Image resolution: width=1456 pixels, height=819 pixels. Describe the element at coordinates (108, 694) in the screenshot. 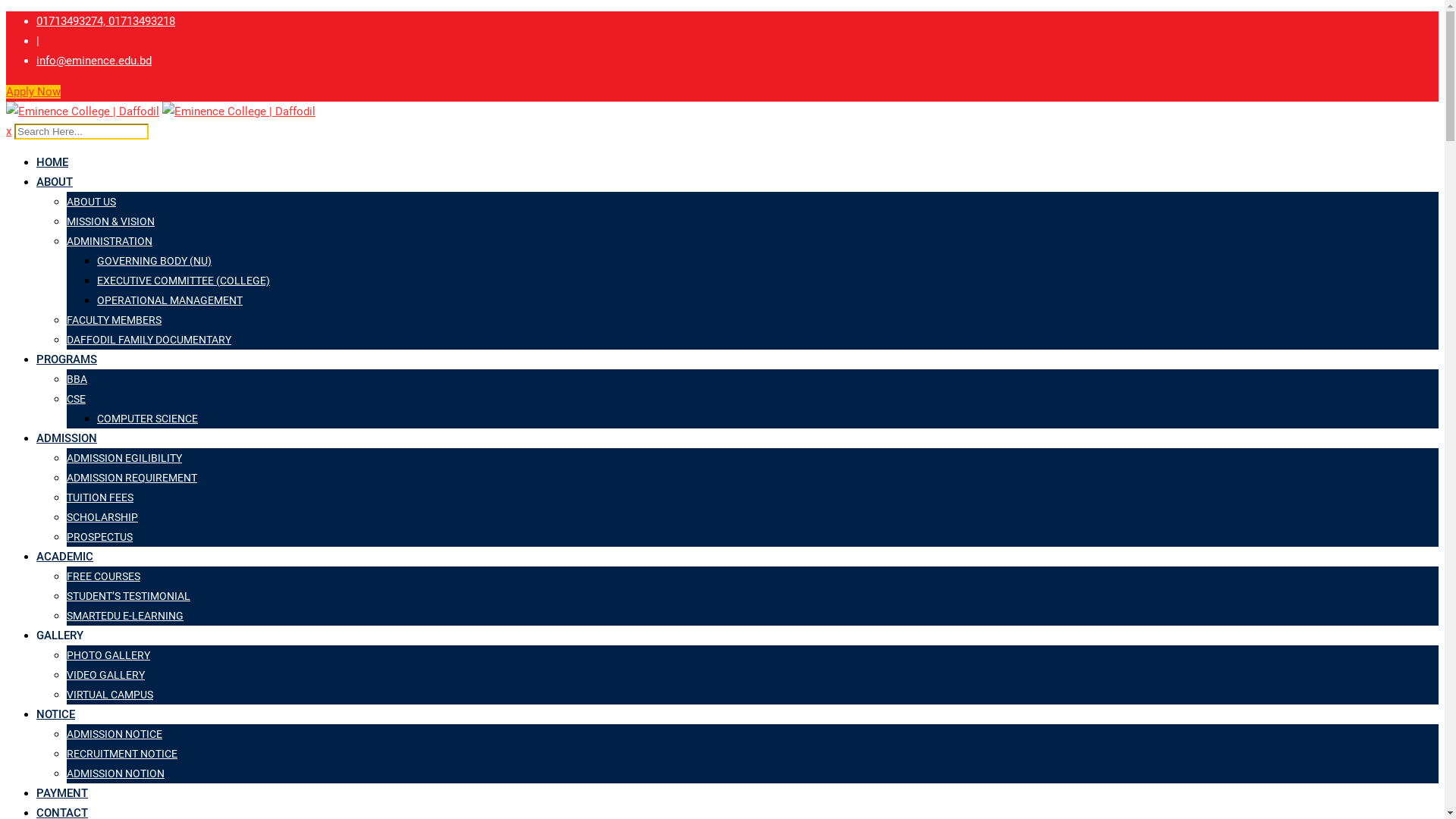

I see `'VIRTUAL CAMPUS'` at that location.